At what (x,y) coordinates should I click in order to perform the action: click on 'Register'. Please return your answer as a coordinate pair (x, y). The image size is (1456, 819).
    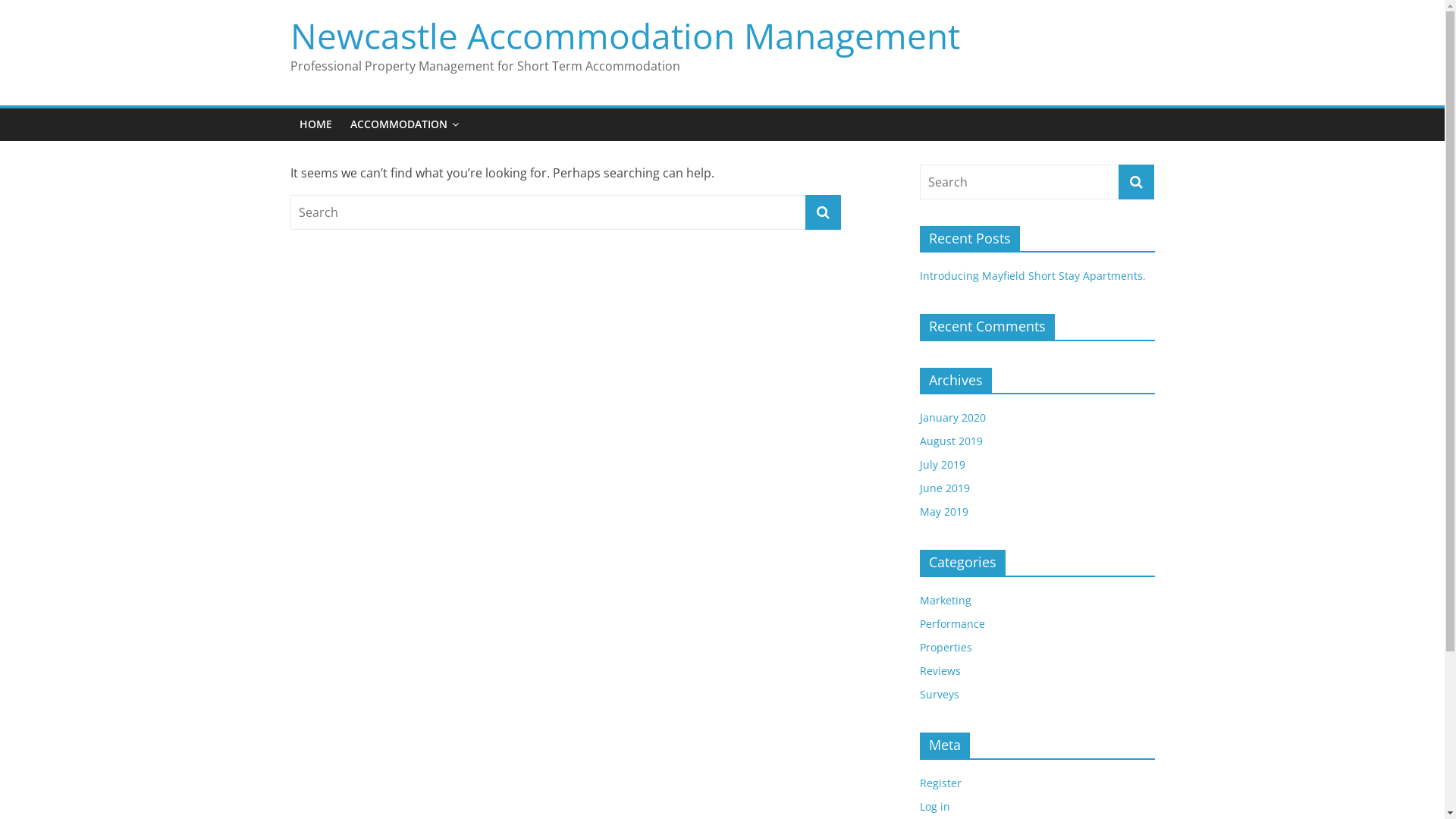
    Looking at the image, I should click on (939, 783).